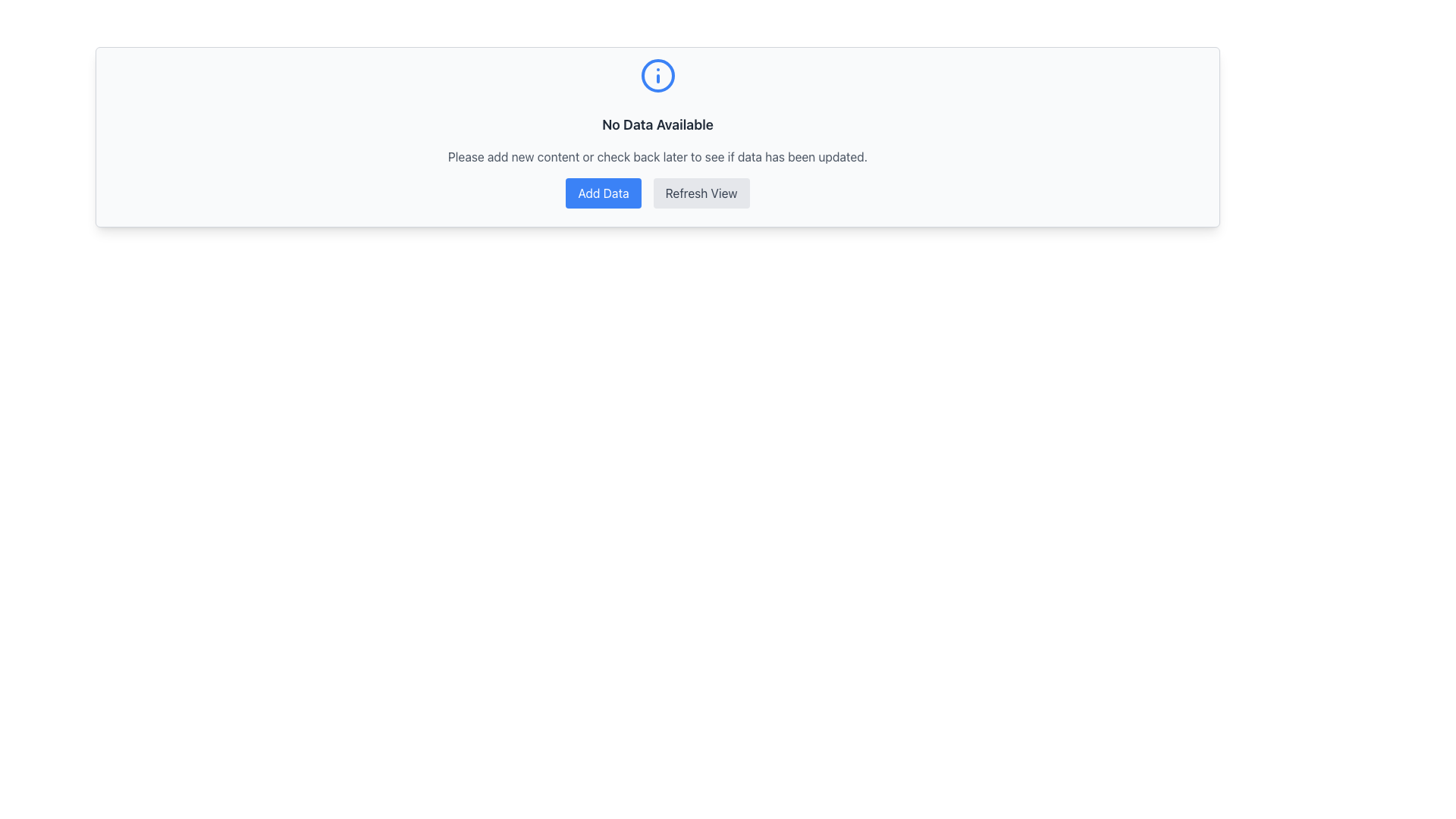  What do you see at coordinates (657, 157) in the screenshot?
I see `the text element that reads 'Please add new content or check back later` at bounding box center [657, 157].